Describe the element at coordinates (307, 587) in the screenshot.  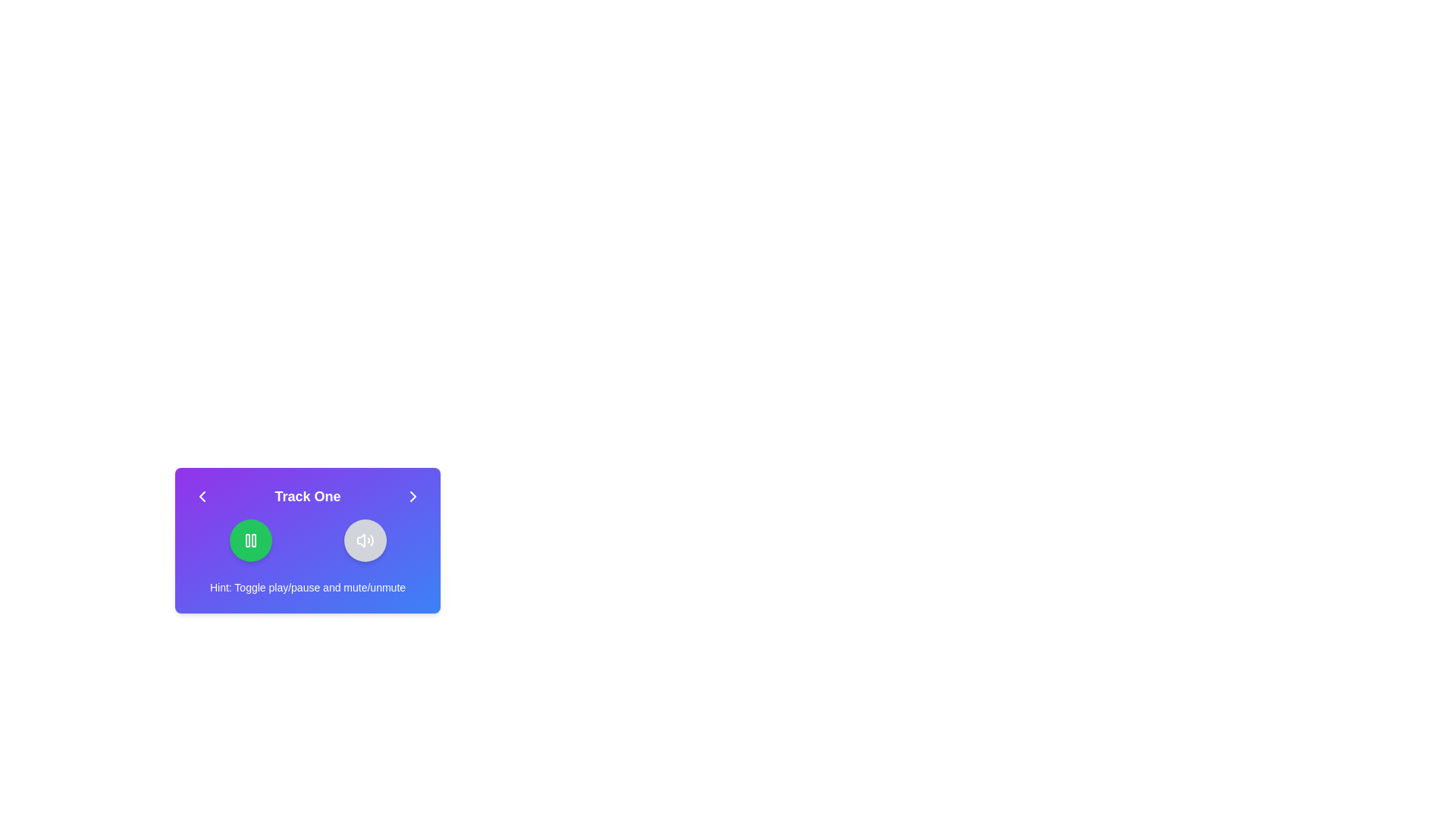
I see `the text label at the bottom of the card that provides hints for the playback controls (play/pause and mute/unmute)` at that location.